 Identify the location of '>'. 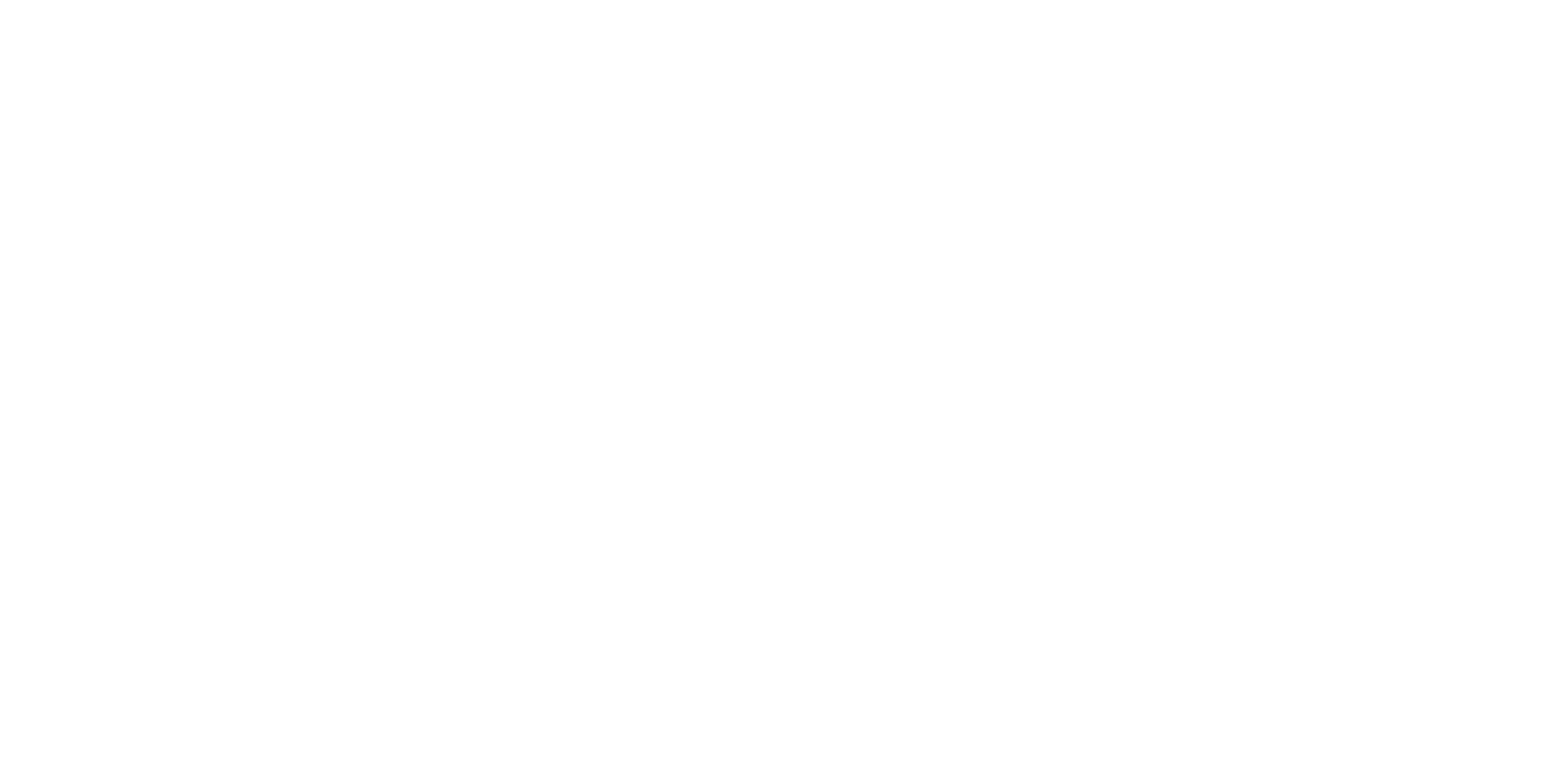
(620, 621).